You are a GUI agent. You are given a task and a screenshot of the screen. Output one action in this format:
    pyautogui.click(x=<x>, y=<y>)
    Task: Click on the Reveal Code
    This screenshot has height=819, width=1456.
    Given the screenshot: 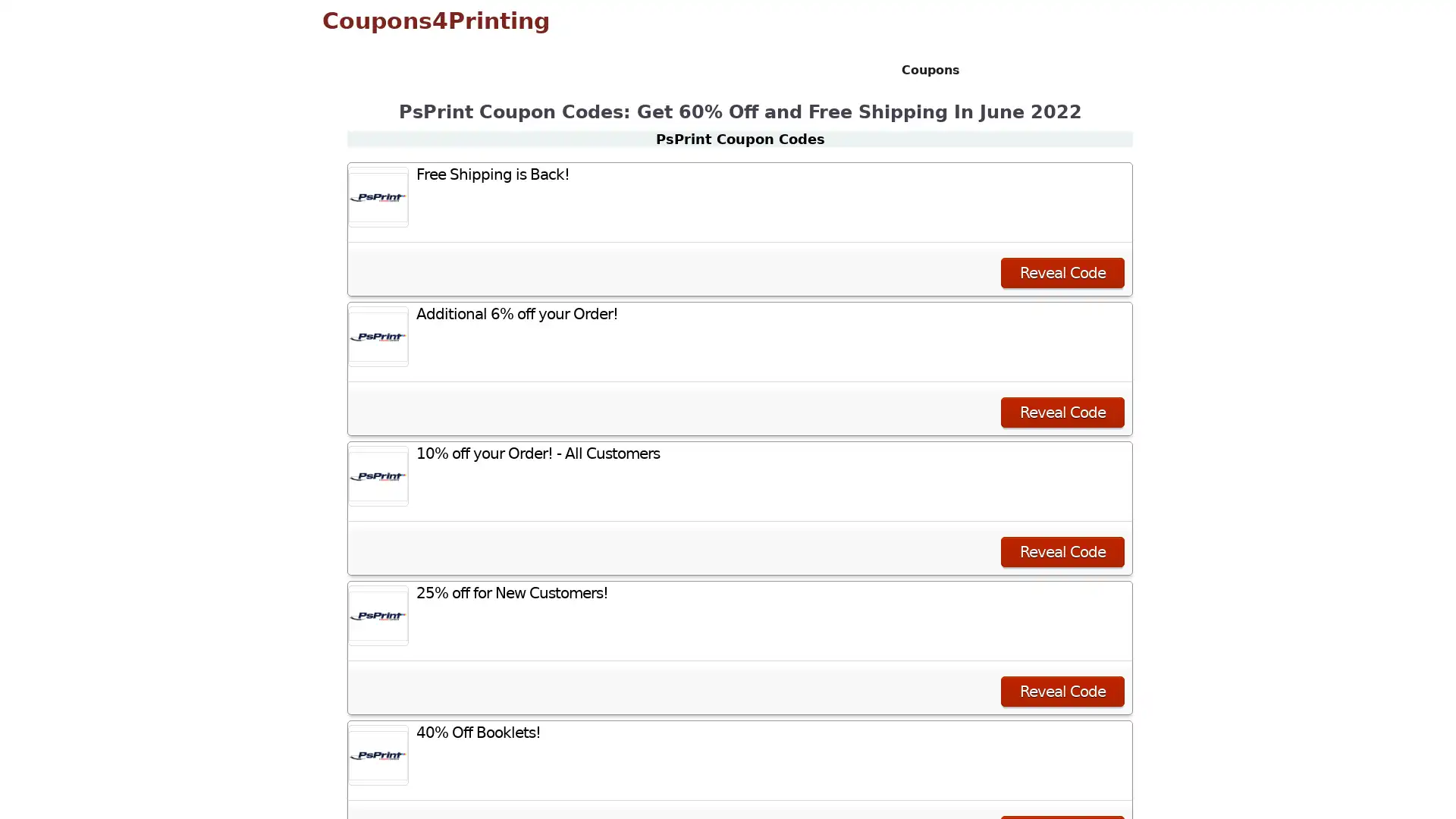 What is the action you would take?
    pyautogui.click(x=1062, y=412)
    